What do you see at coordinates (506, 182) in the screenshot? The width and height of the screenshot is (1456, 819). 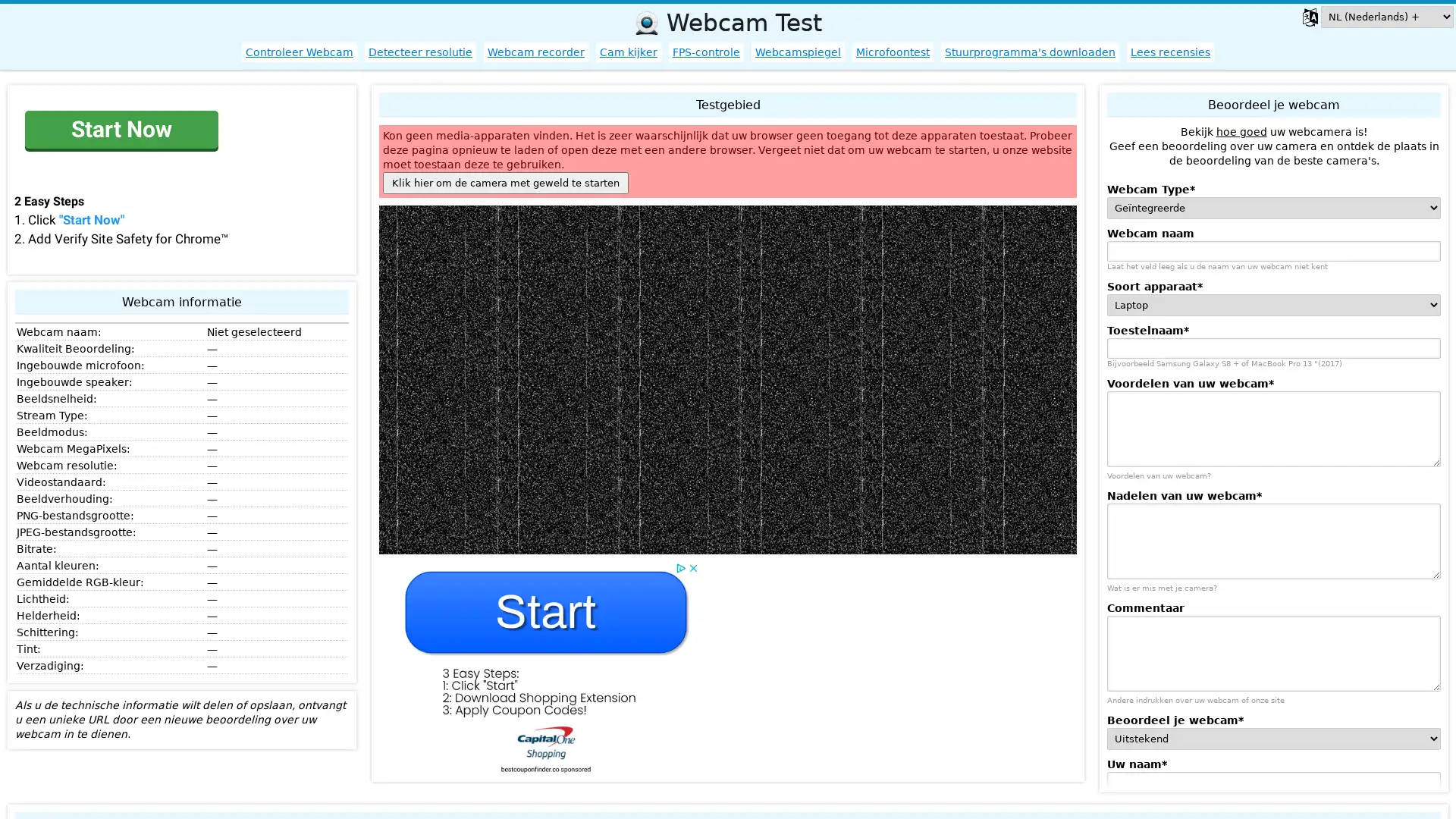 I see `Klik hier om de camera met geweld te starten` at bounding box center [506, 182].